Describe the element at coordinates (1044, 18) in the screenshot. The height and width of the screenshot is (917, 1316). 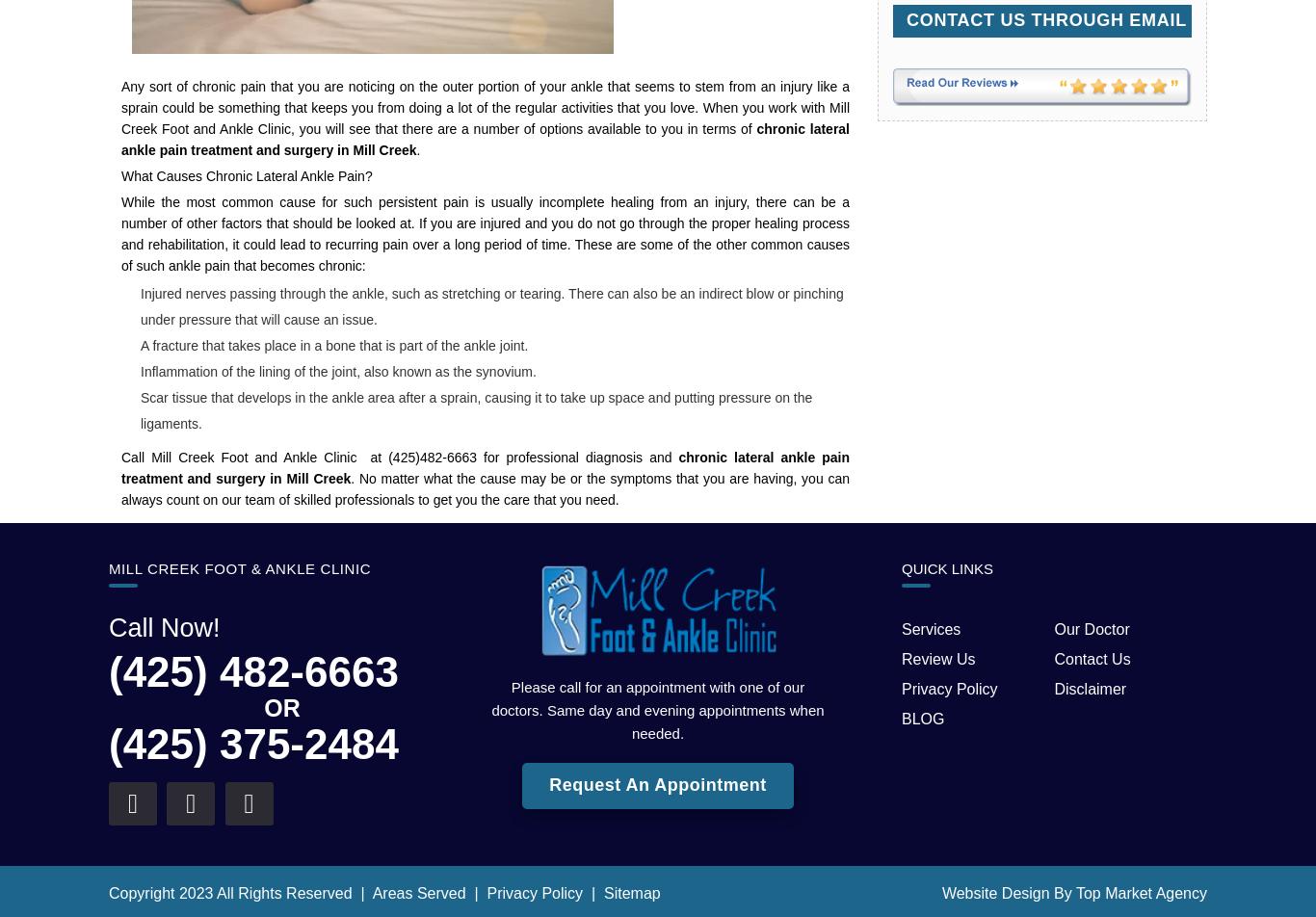
I see `'Contact Us Through Email'` at that location.